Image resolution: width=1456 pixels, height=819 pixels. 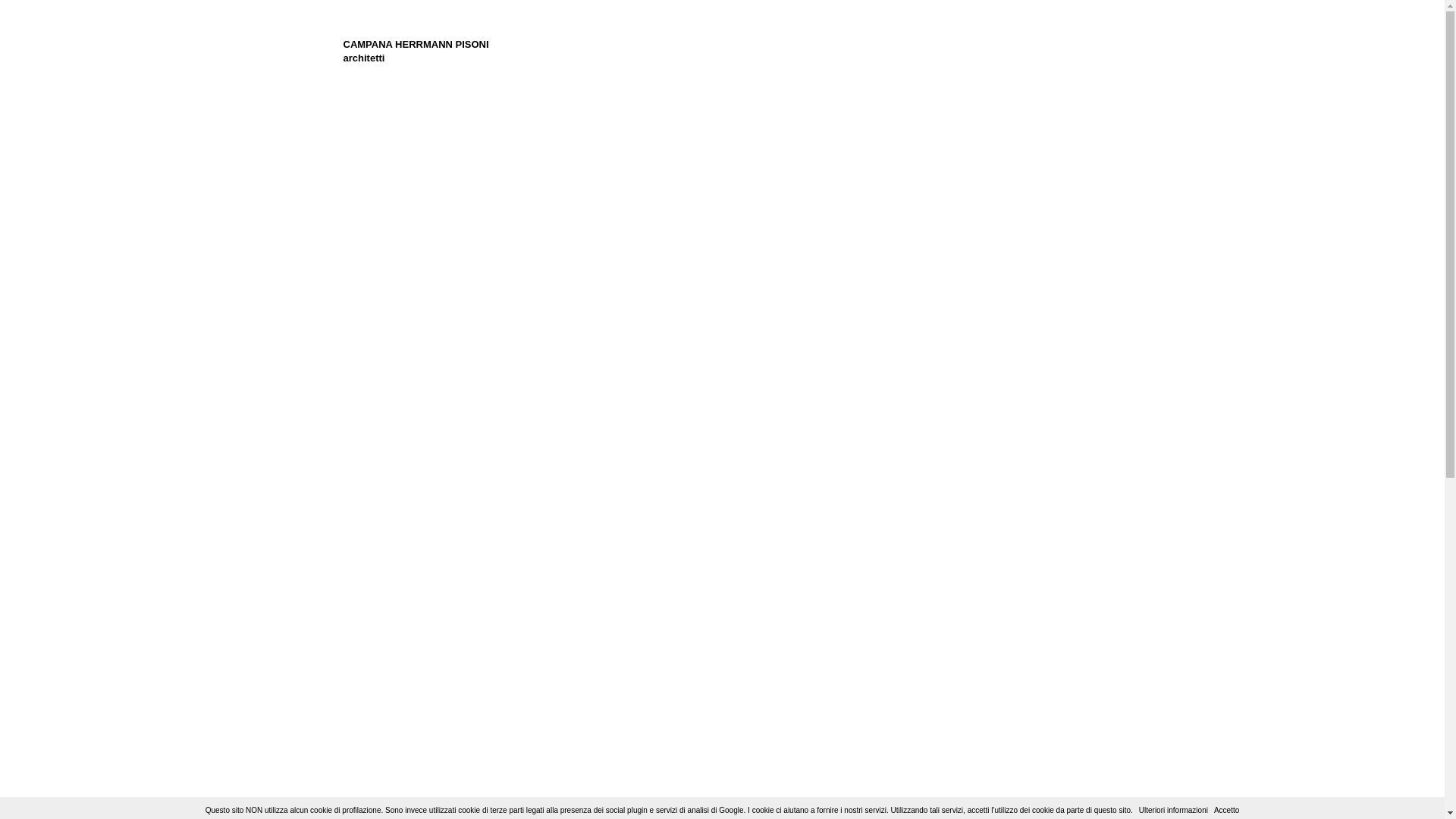 What do you see at coordinates (1172, 809) in the screenshot?
I see `'Ulteriori informazioni'` at bounding box center [1172, 809].